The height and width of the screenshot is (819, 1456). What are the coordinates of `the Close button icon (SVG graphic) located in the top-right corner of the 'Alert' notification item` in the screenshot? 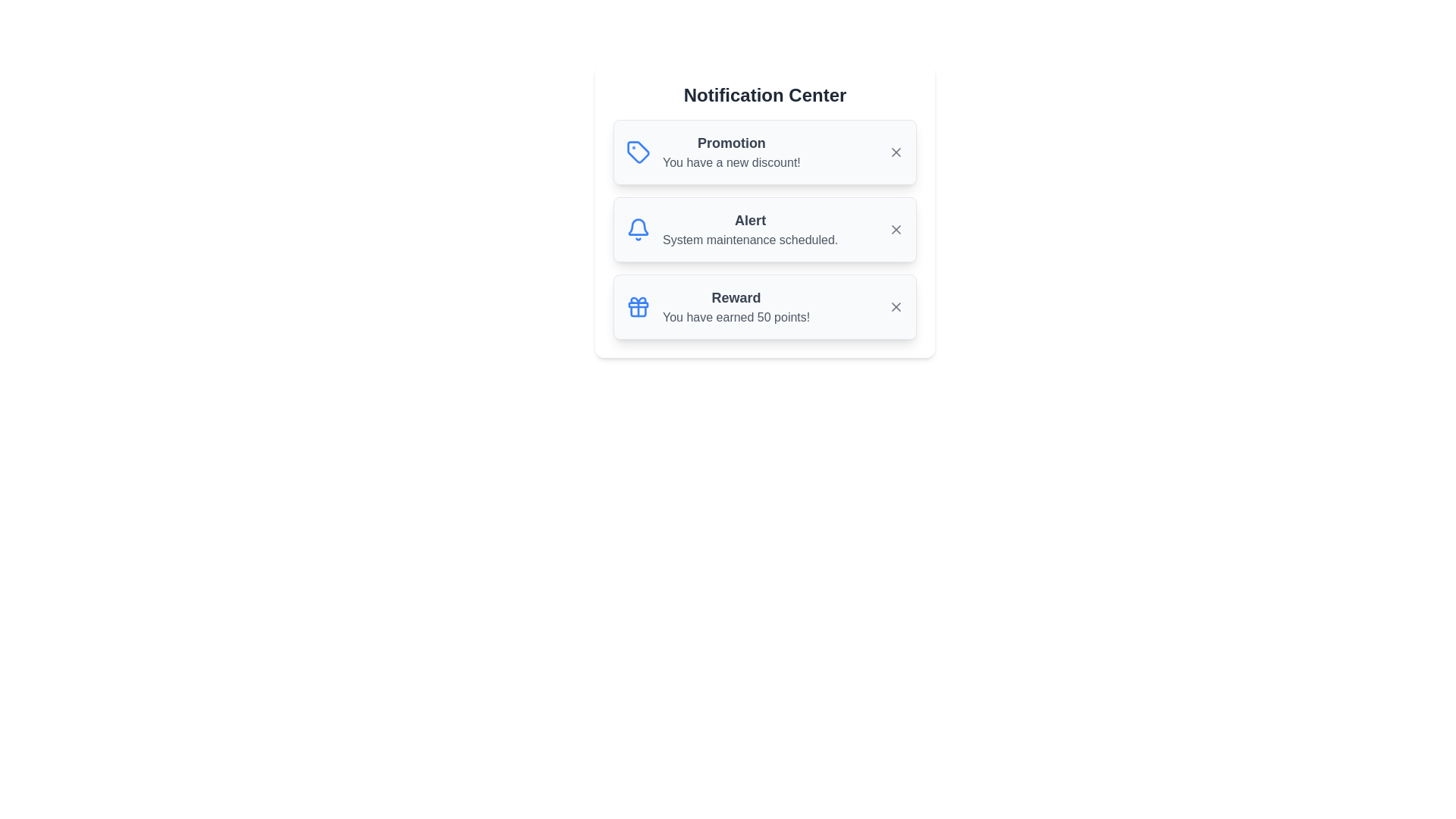 It's located at (896, 230).